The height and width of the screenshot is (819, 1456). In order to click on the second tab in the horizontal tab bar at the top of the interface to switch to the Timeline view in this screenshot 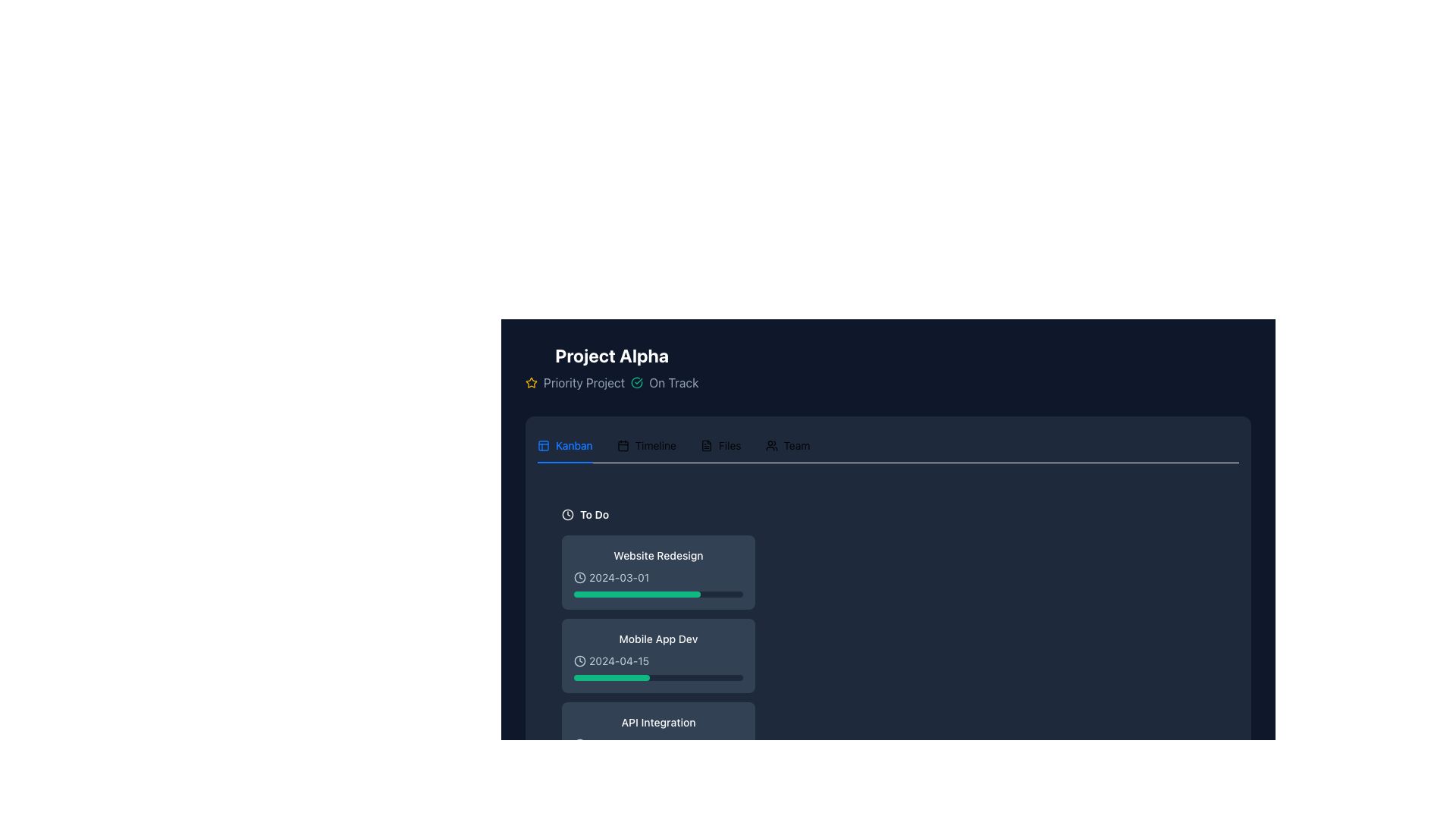, I will do `click(646, 444)`.